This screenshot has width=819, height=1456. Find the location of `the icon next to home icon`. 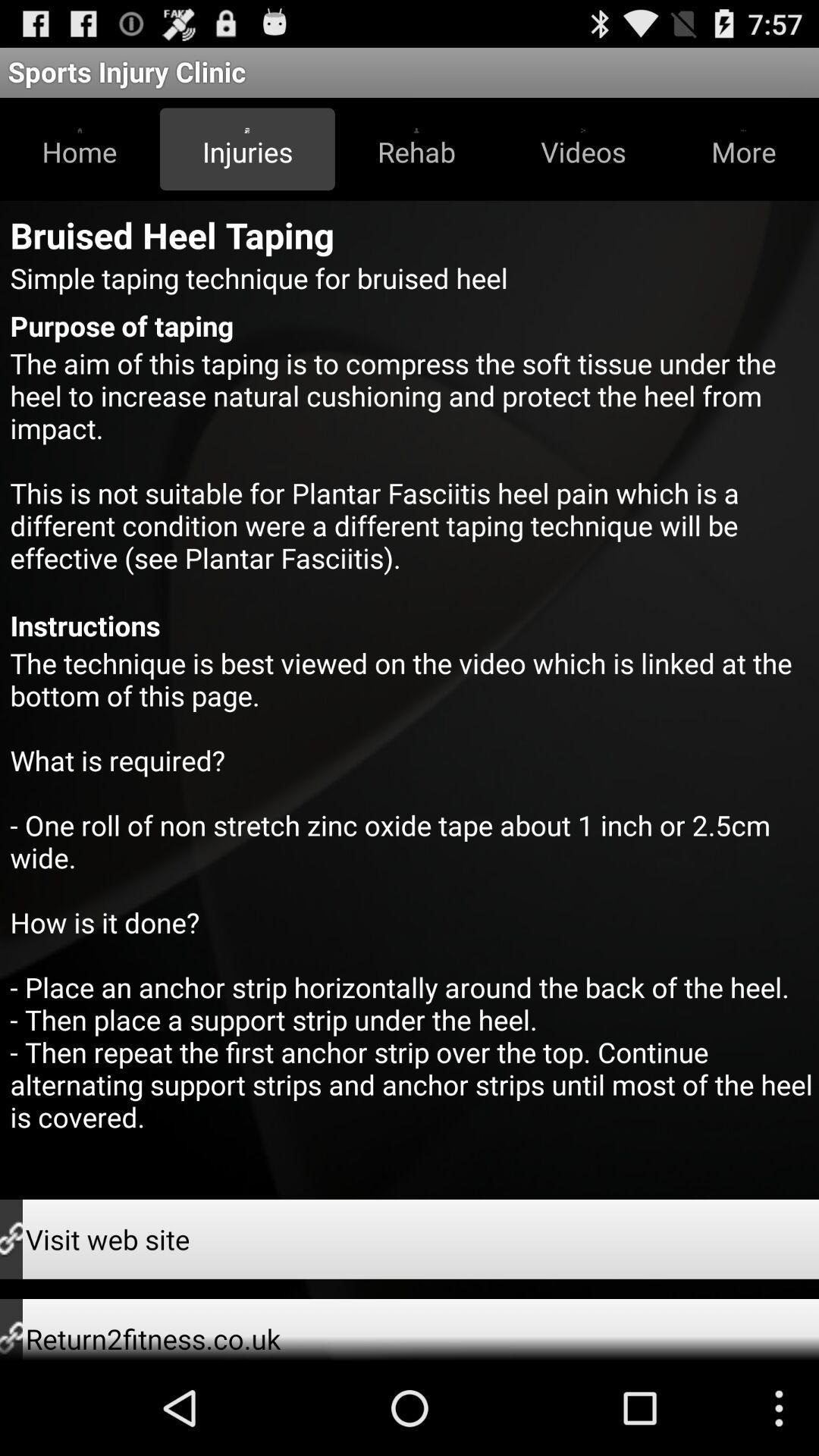

the icon next to home icon is located at coordinates (246, 149).